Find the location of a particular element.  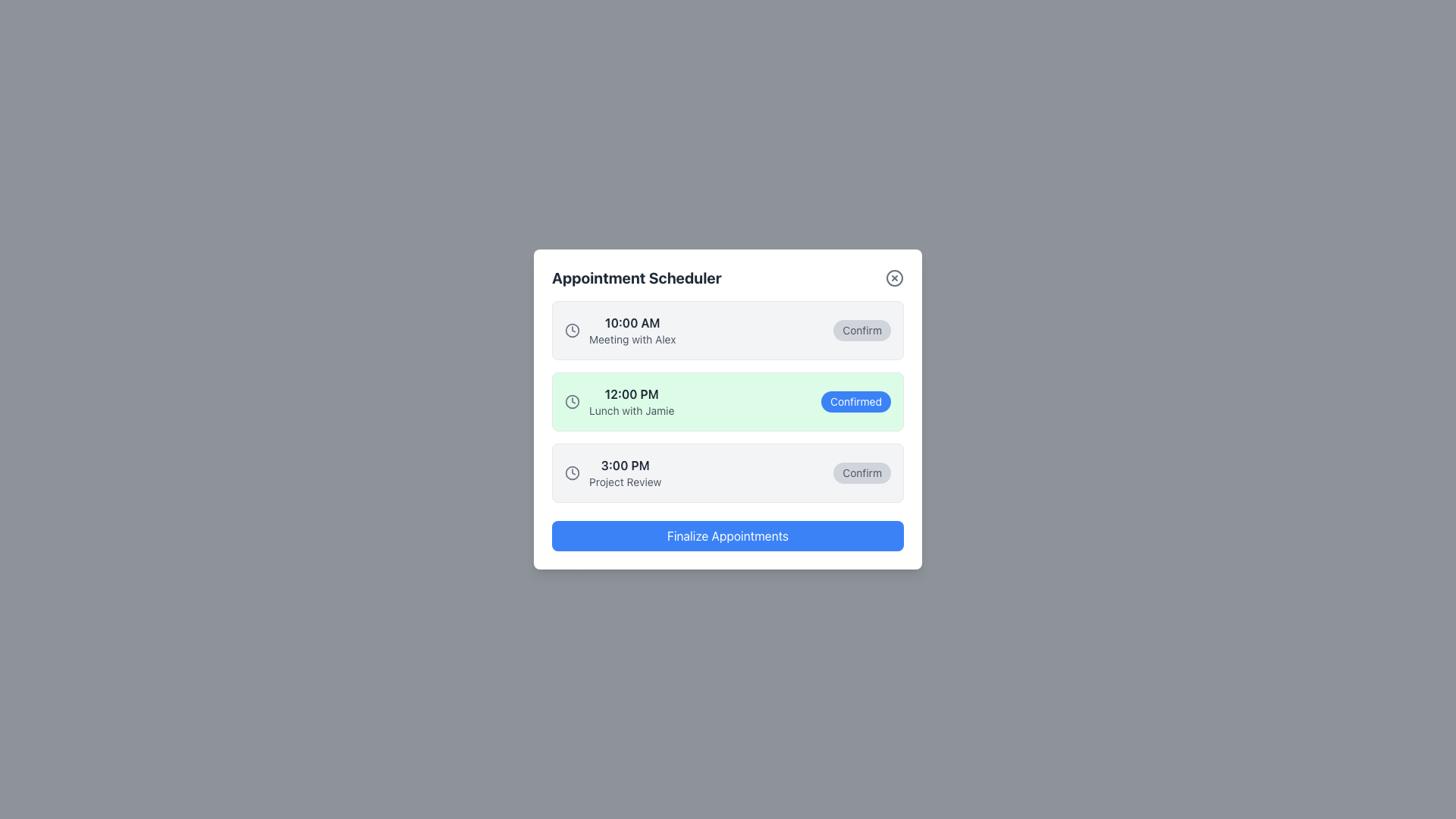

the appointment details card displaying the status 'Confirmed' within the 'Appointment Scheduler' modal is located at coordinates (728, 409).